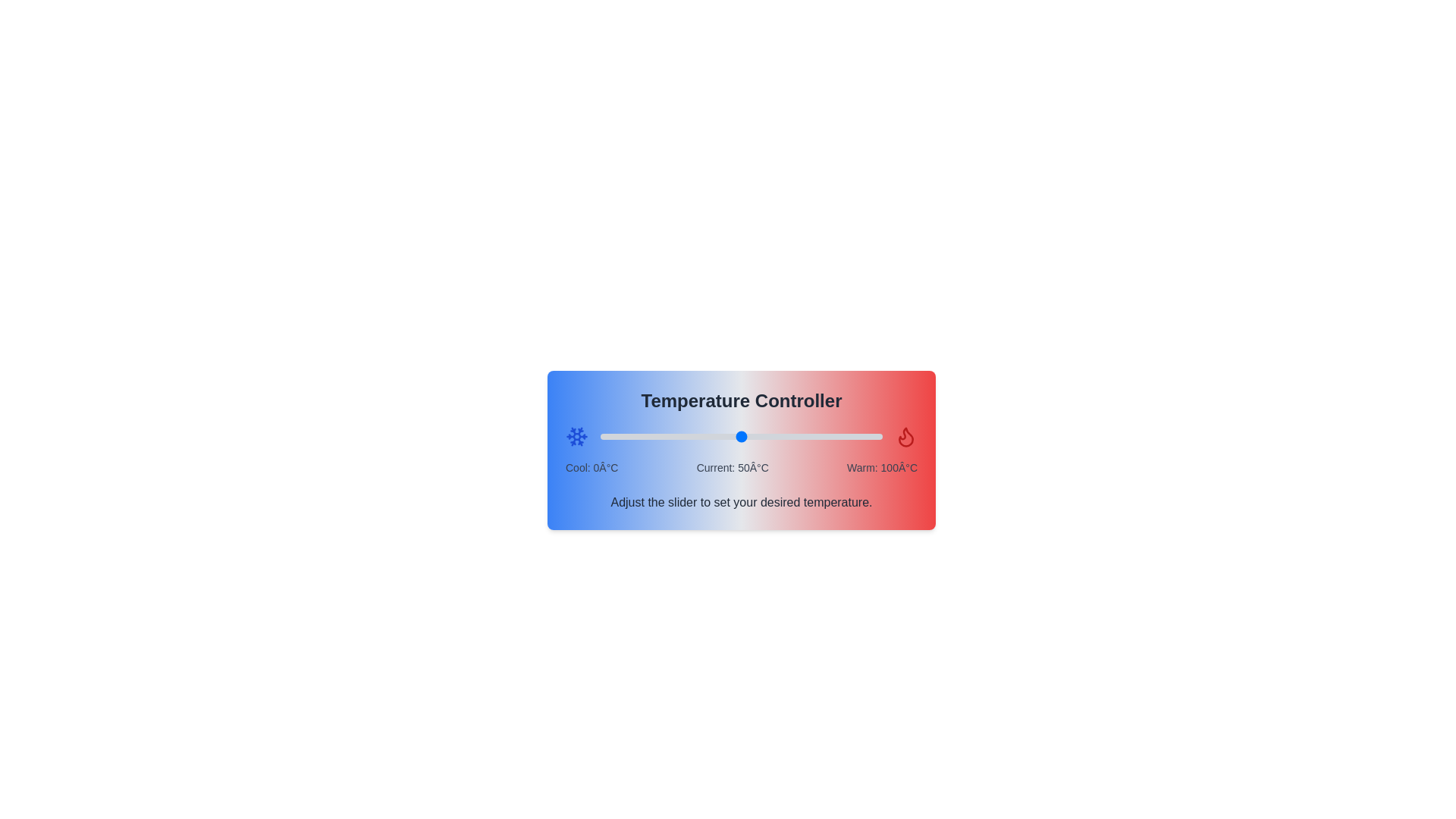 Image resolution: width=1456 pixels, height=819 pixels. What do you see at coordinates (906, 436) in the screenshot?
I see `the flame icon to select it` at bounding box center [906, 436].